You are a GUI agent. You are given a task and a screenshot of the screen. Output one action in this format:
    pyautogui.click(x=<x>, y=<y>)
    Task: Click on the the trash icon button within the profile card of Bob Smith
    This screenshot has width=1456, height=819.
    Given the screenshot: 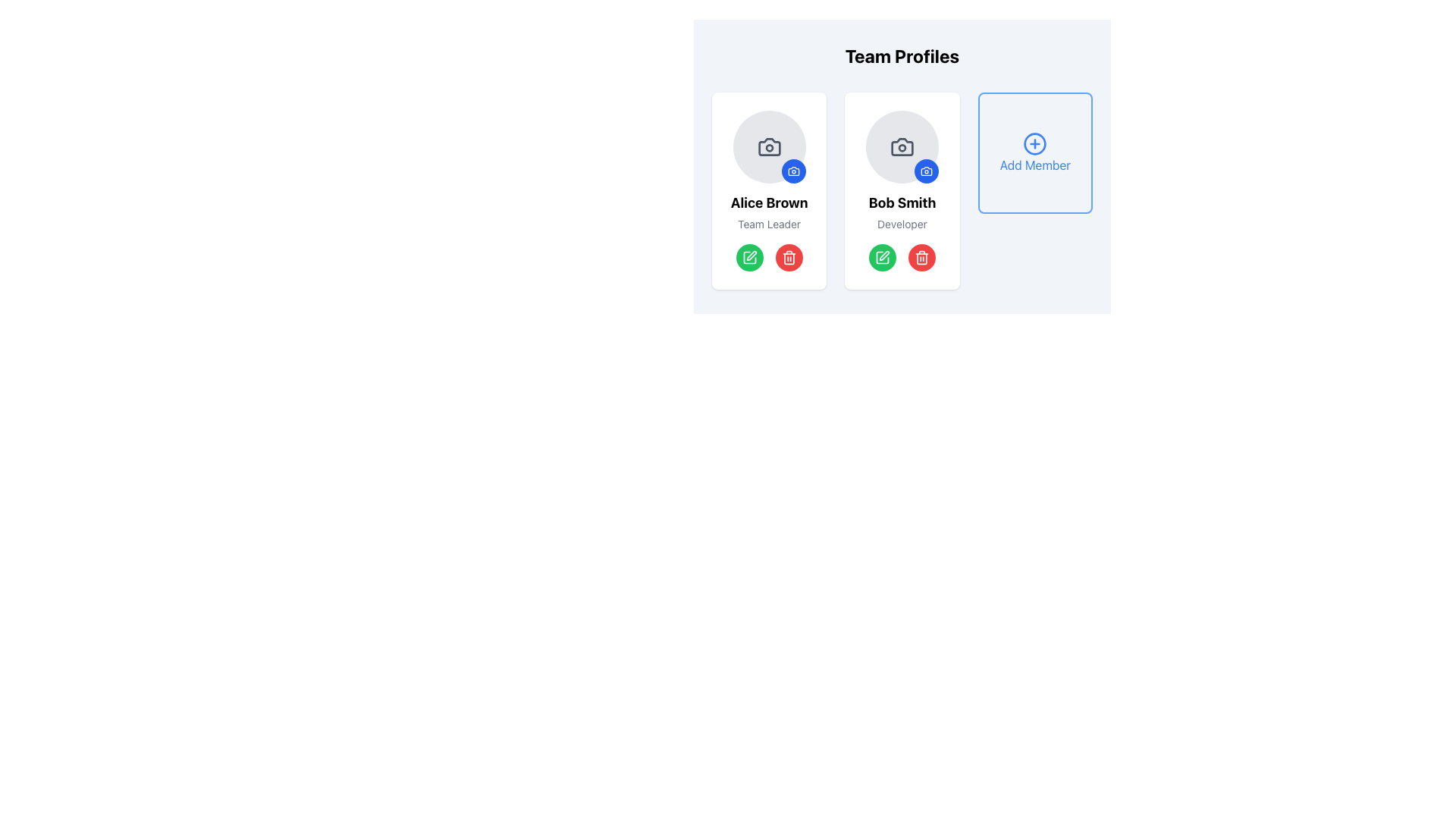 What is the action you would take?
    pyautogui.click(x=789, y=258)
    